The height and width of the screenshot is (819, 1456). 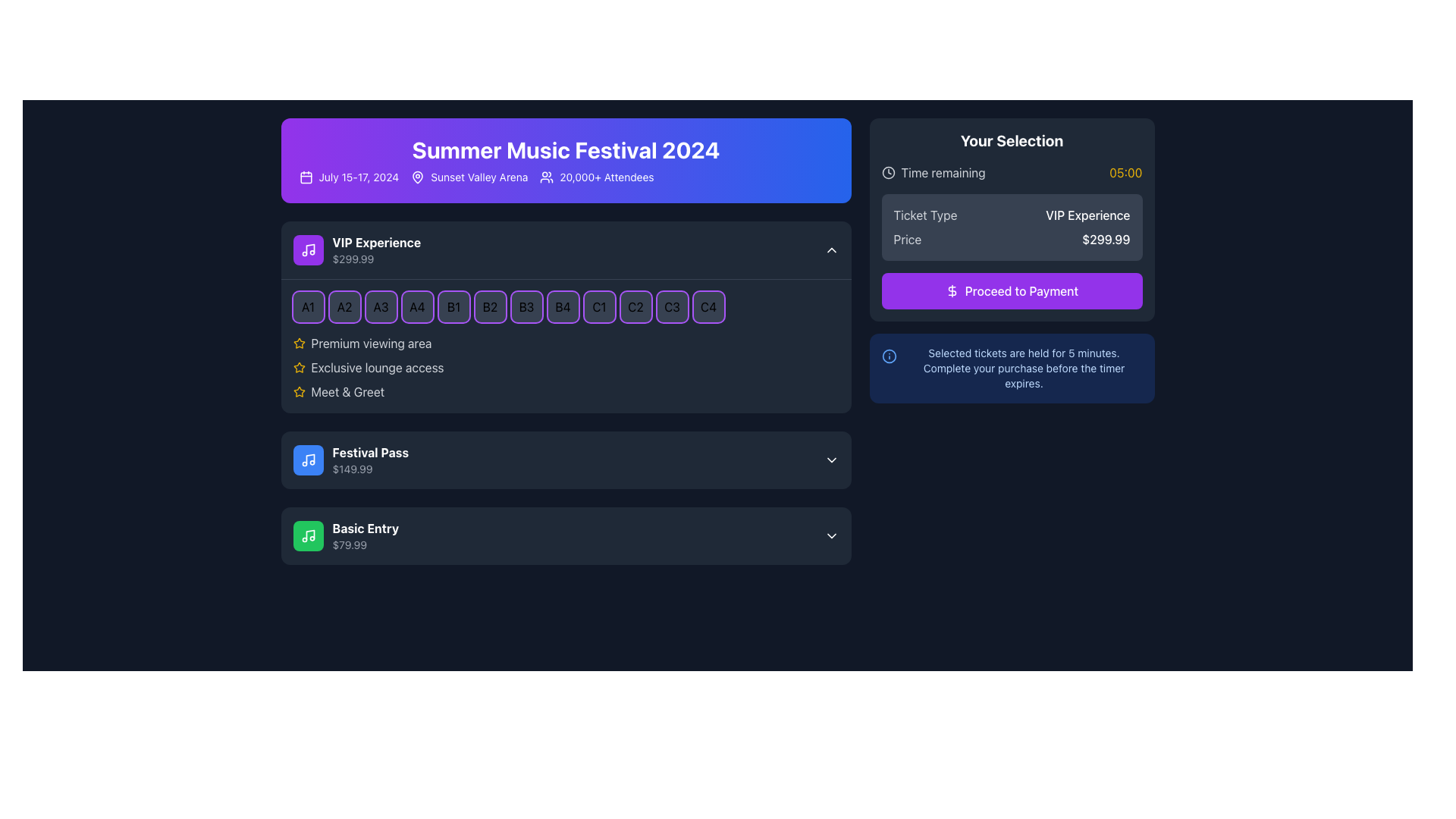 What do you see at coordinates (376, 242) in the screenshot?
I see `the 'VIP Experience' text label, which identifies the ticket option and is located in the upper-left section of the event ticket card` at bounding box center [376, 242].